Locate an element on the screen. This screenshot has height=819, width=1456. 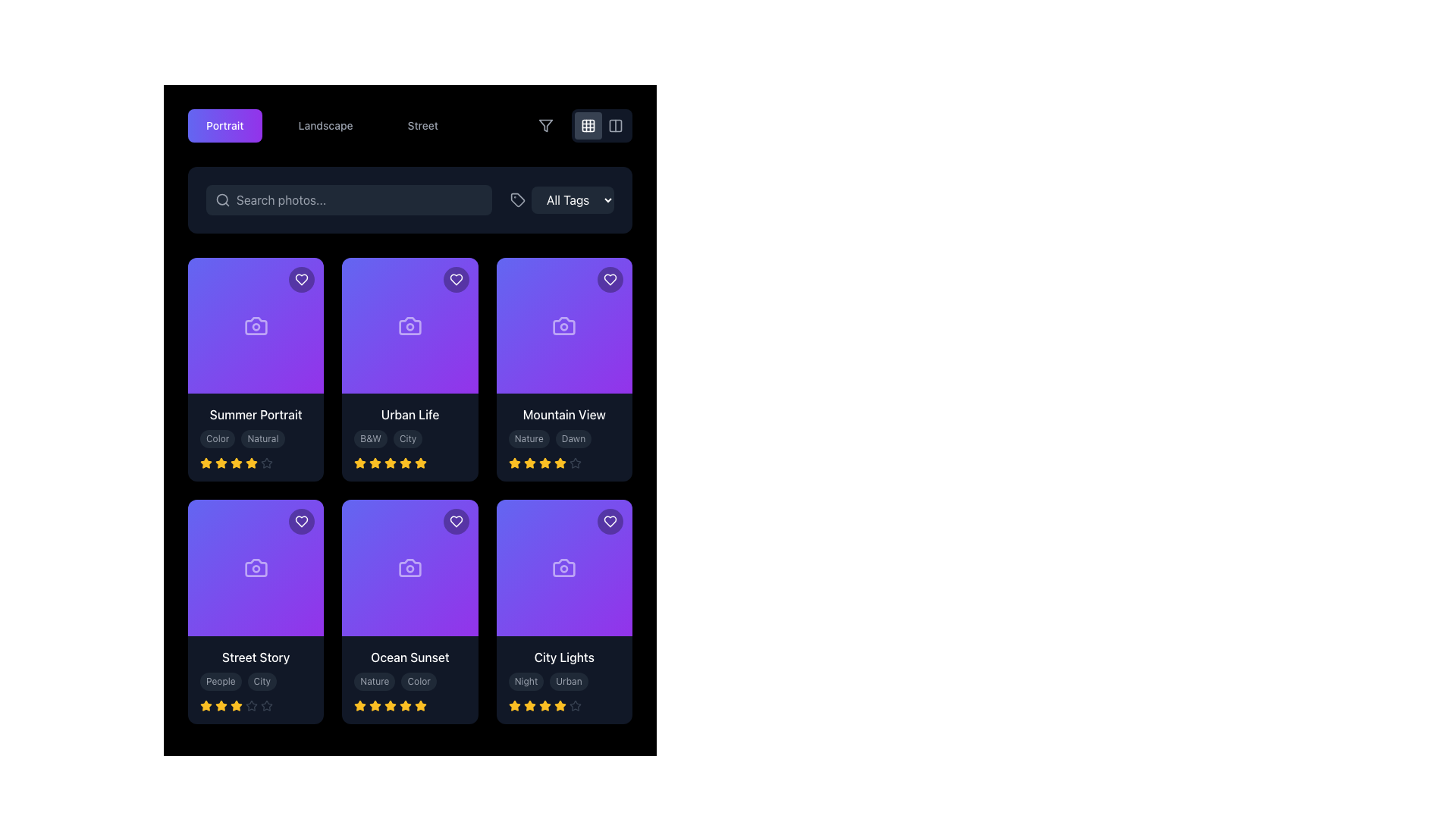
displayed tags 'Night' and 'Urban' from the card-like component with a gradient-colored background located in the bottom-right corner of the grid layout is located at coordinates (563, 610).